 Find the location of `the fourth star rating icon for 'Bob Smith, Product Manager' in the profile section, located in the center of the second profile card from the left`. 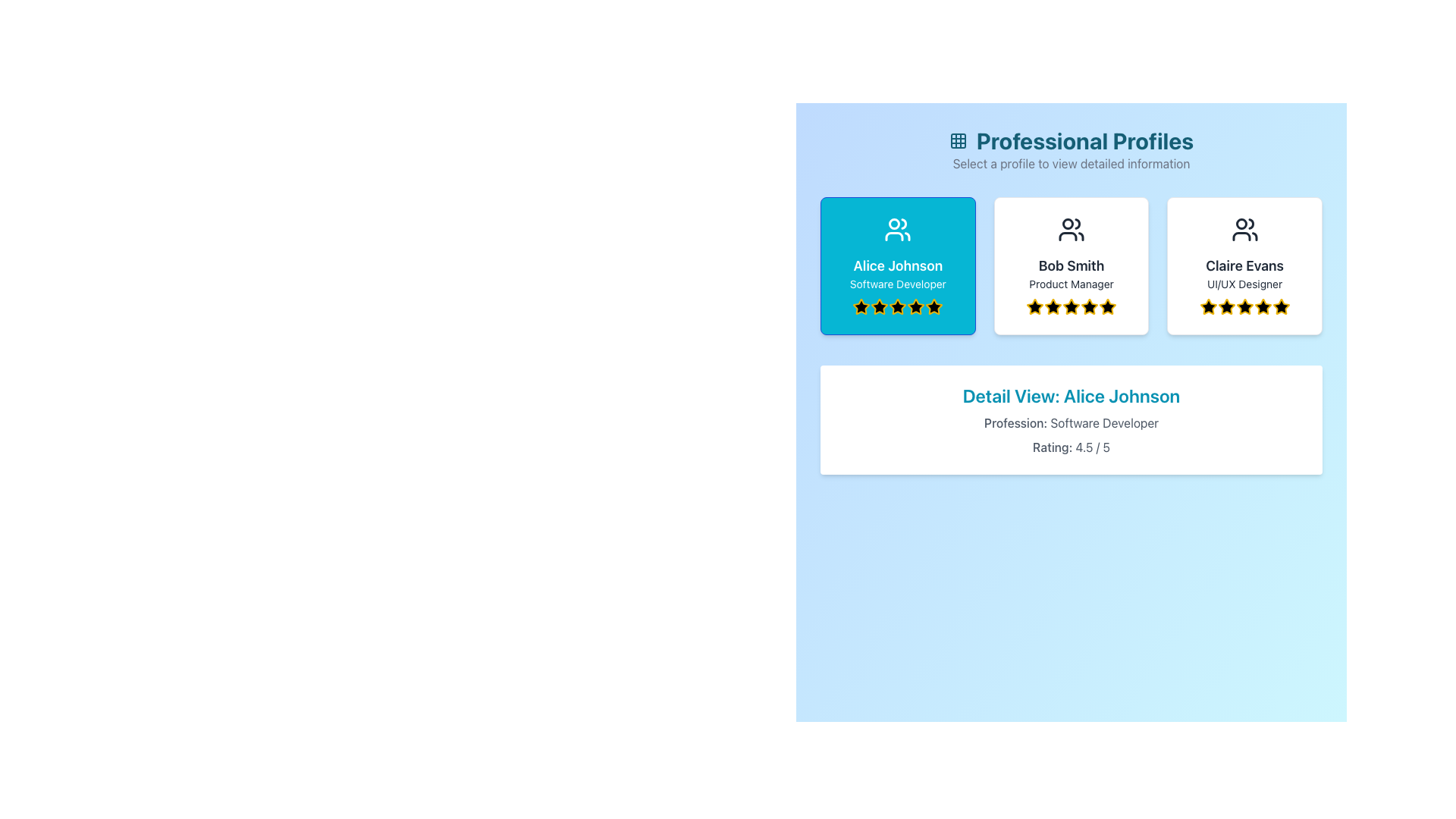

the fourth star rating icon for 'Bob Smith, Product Manager' in the profile section, located in the center of the second profile card from the left is located at coordinates (1070, 306).